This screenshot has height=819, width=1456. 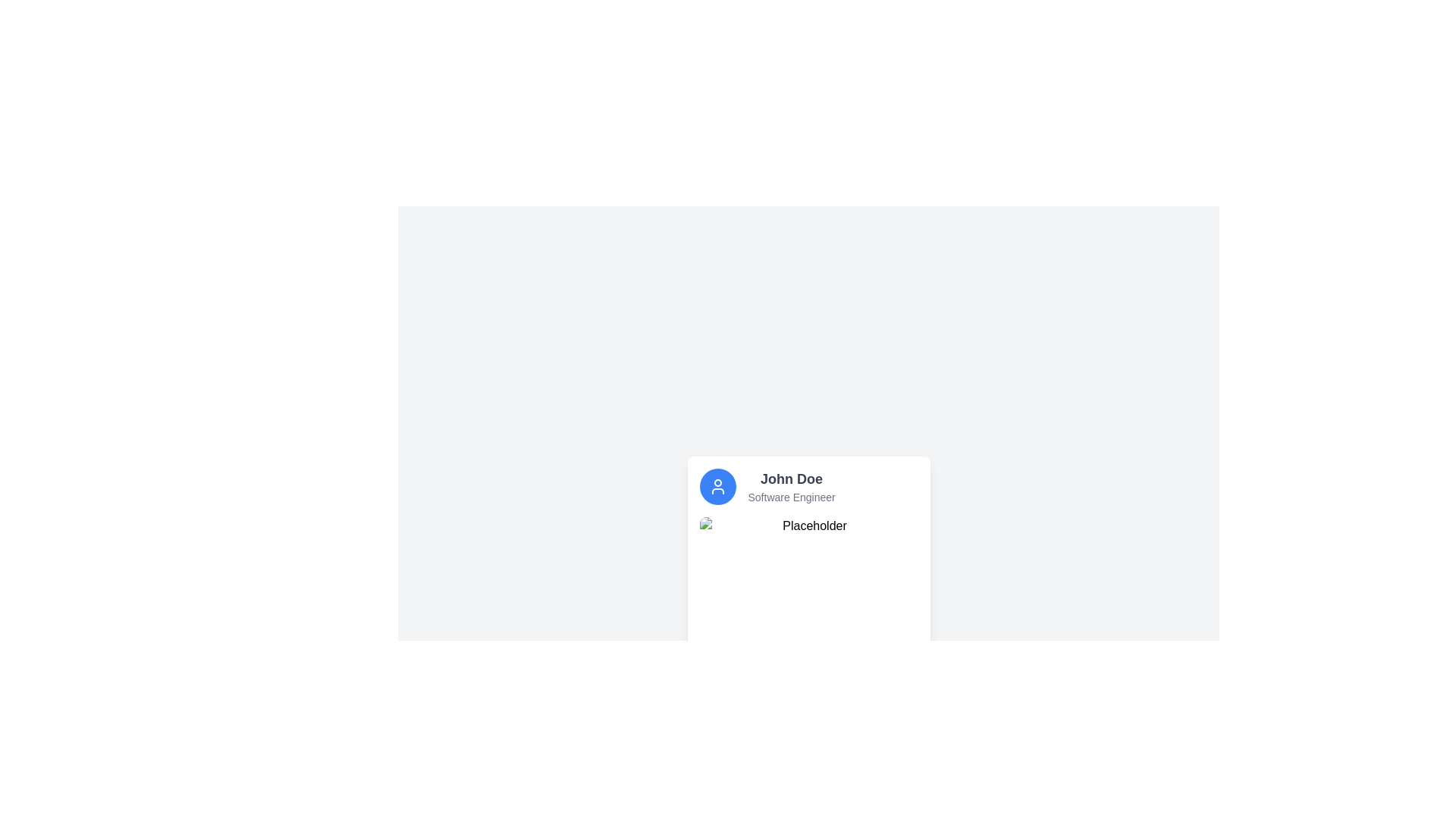 What do you see at coordinates (791, 479) in the screenshot?
I see `the text label displaying 'John Doe', which is in bold, medium-large font size and dark gray color, positioned above the 'Software Engineer' text in a professional card layout` at bounding box center [791, 479].